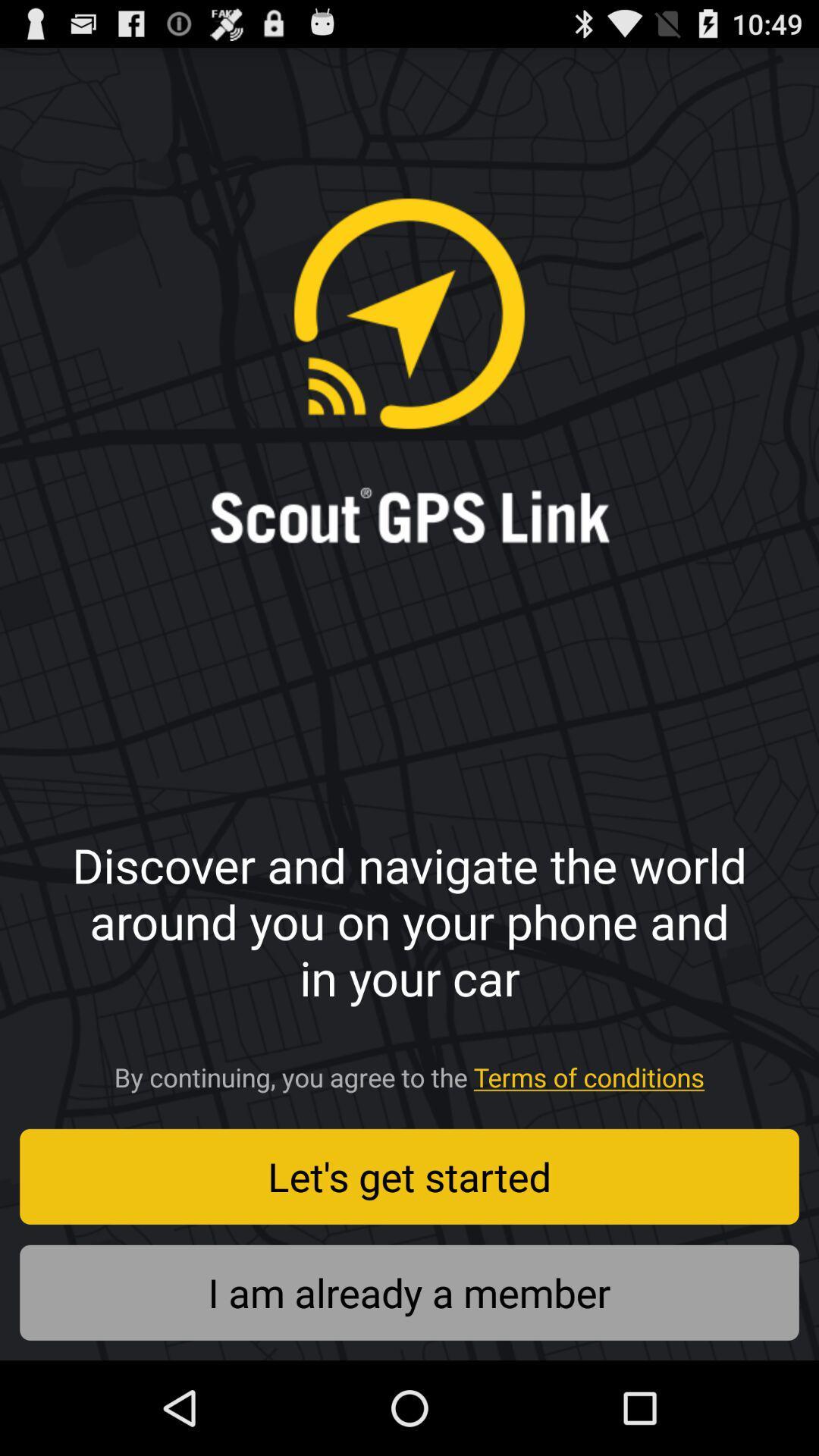 The height and width of the screenshot is (1456, 819). I want to click on i am already icon, so click(409, 1291).